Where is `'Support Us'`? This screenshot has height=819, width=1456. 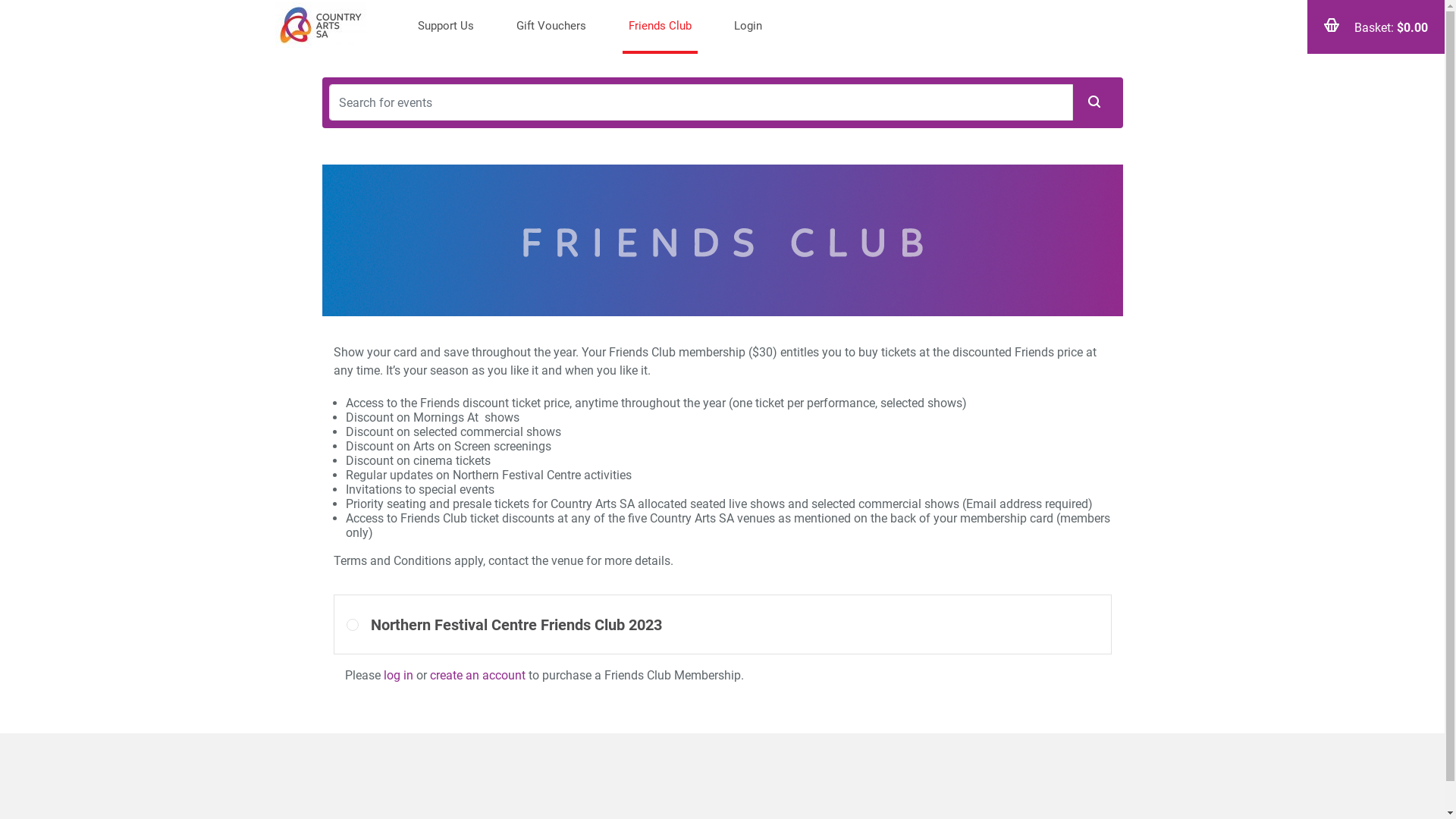 'Support Us' is located at coordinates (444, 27).